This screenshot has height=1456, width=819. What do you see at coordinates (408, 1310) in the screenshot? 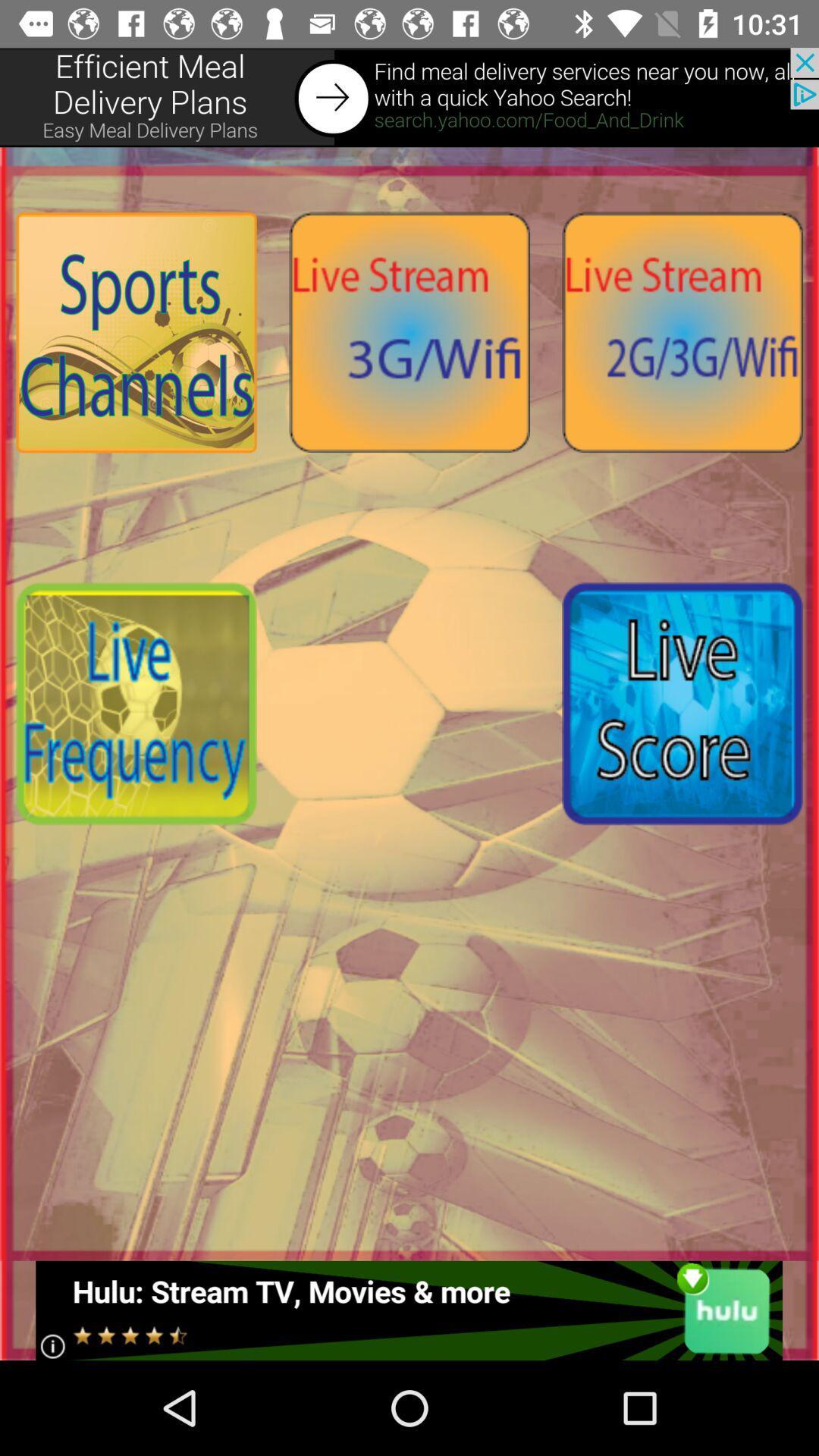
I see `interact with advertisement` at bounding box center [408, 1310].